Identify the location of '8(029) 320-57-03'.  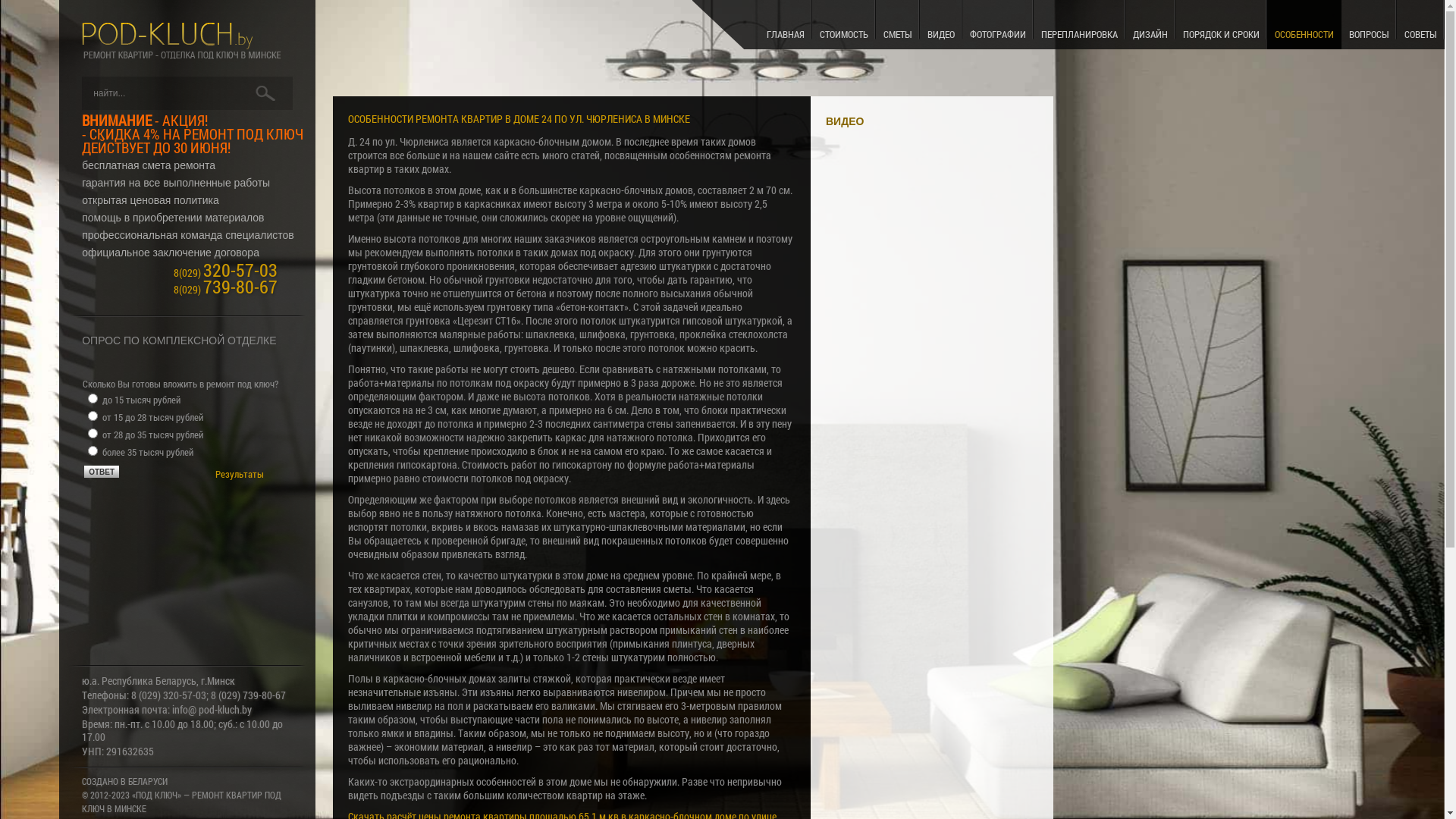
(174, 271).